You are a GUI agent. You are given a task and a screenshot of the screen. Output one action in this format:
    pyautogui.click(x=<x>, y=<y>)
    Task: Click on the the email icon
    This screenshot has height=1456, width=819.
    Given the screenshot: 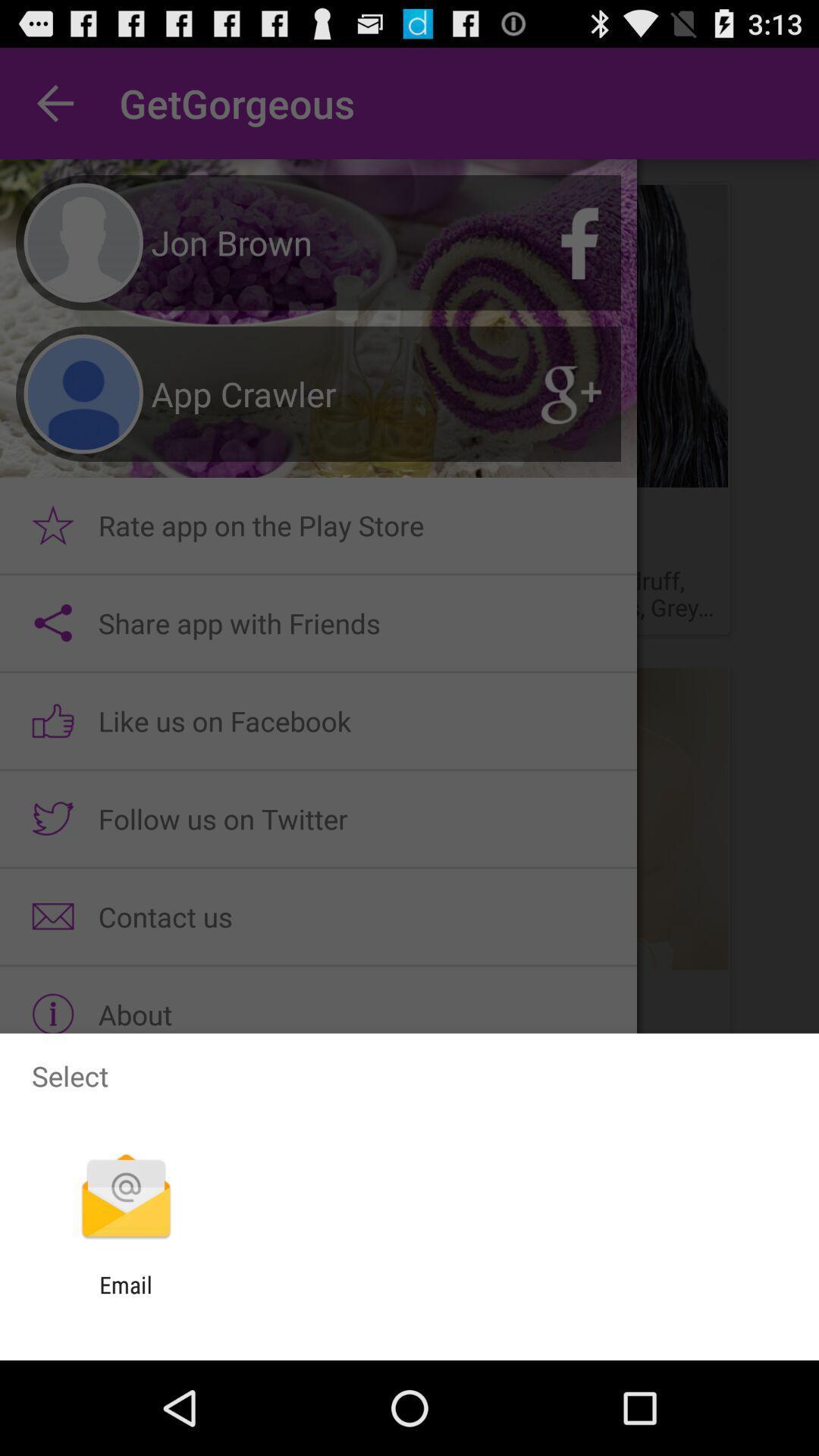 What is the action you would take?
    pyautogui.click(x=125, y=1298)
    